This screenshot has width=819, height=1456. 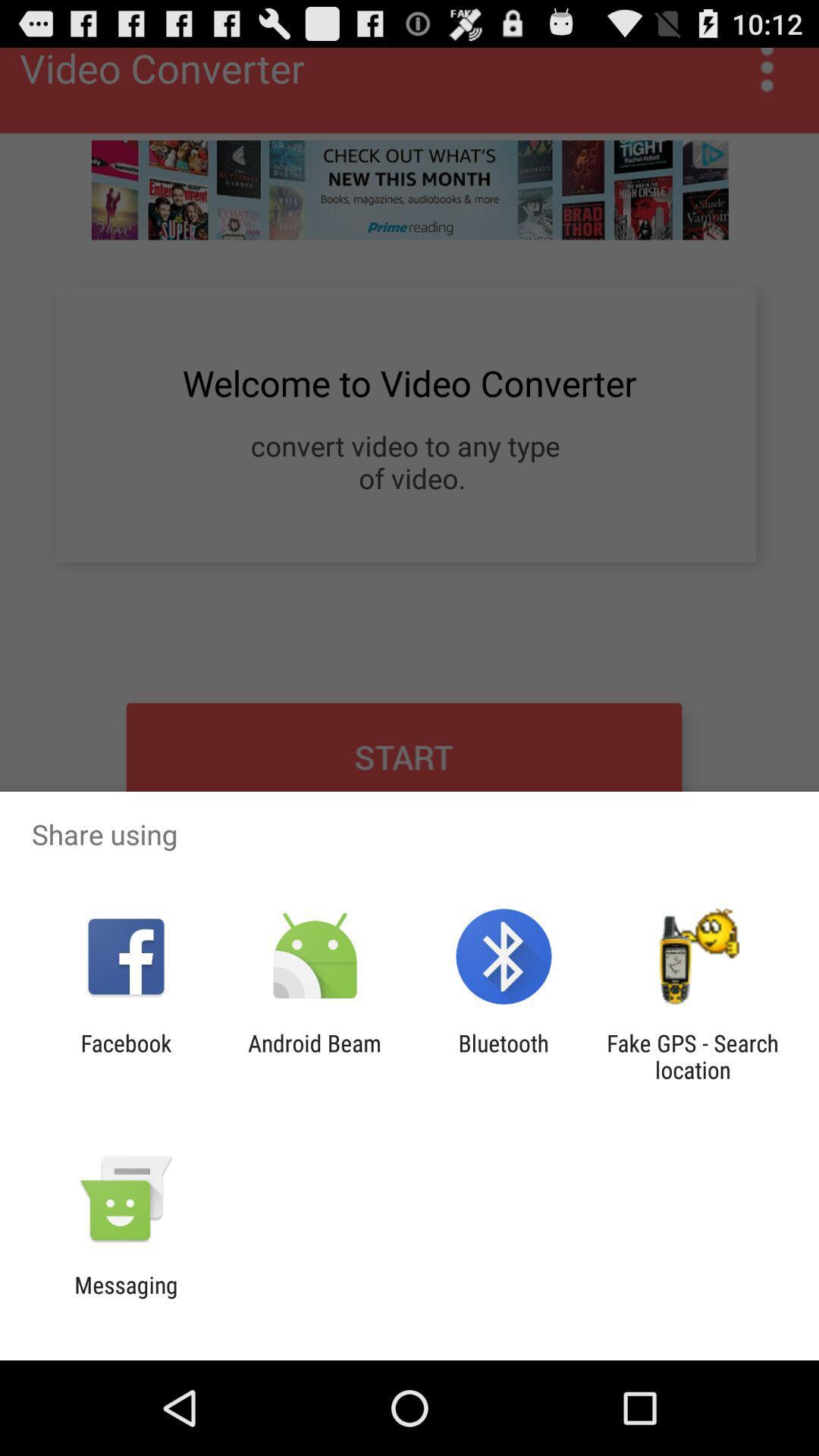 What do you see at coordinates (692, 1056) in the screenshot?
I see `item to the right of the bluetooth item` at bounding box center [692, 1056].